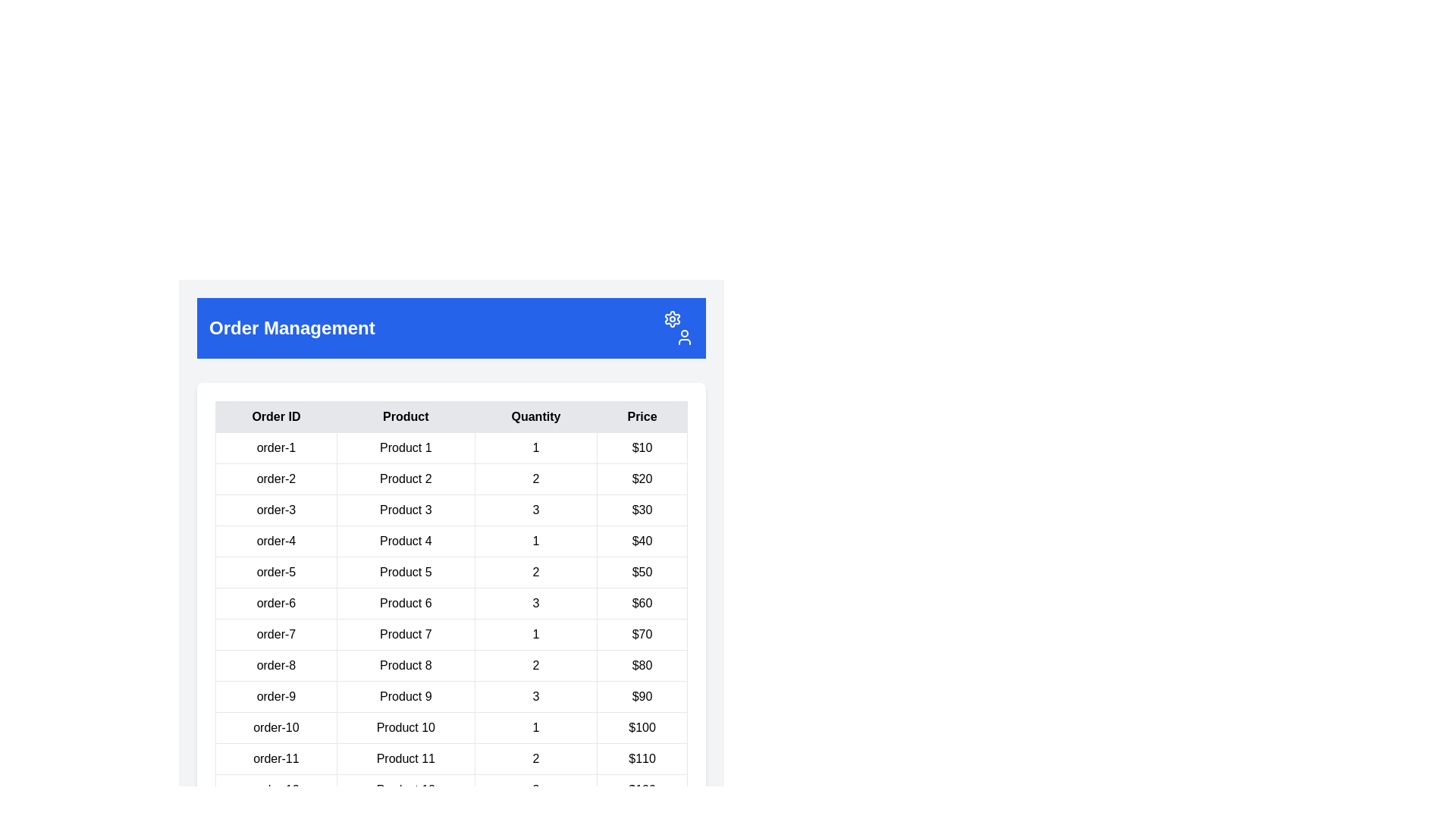 This screenshot has height=819, width=1456. What do you see at coordinates (535, 510) in the screenshot?
I see `the quantity text for 'Product 3' in the 'order-3' line item of the table, which is the third cell in the 'Quantity' column` at bounding box center [535, 510].